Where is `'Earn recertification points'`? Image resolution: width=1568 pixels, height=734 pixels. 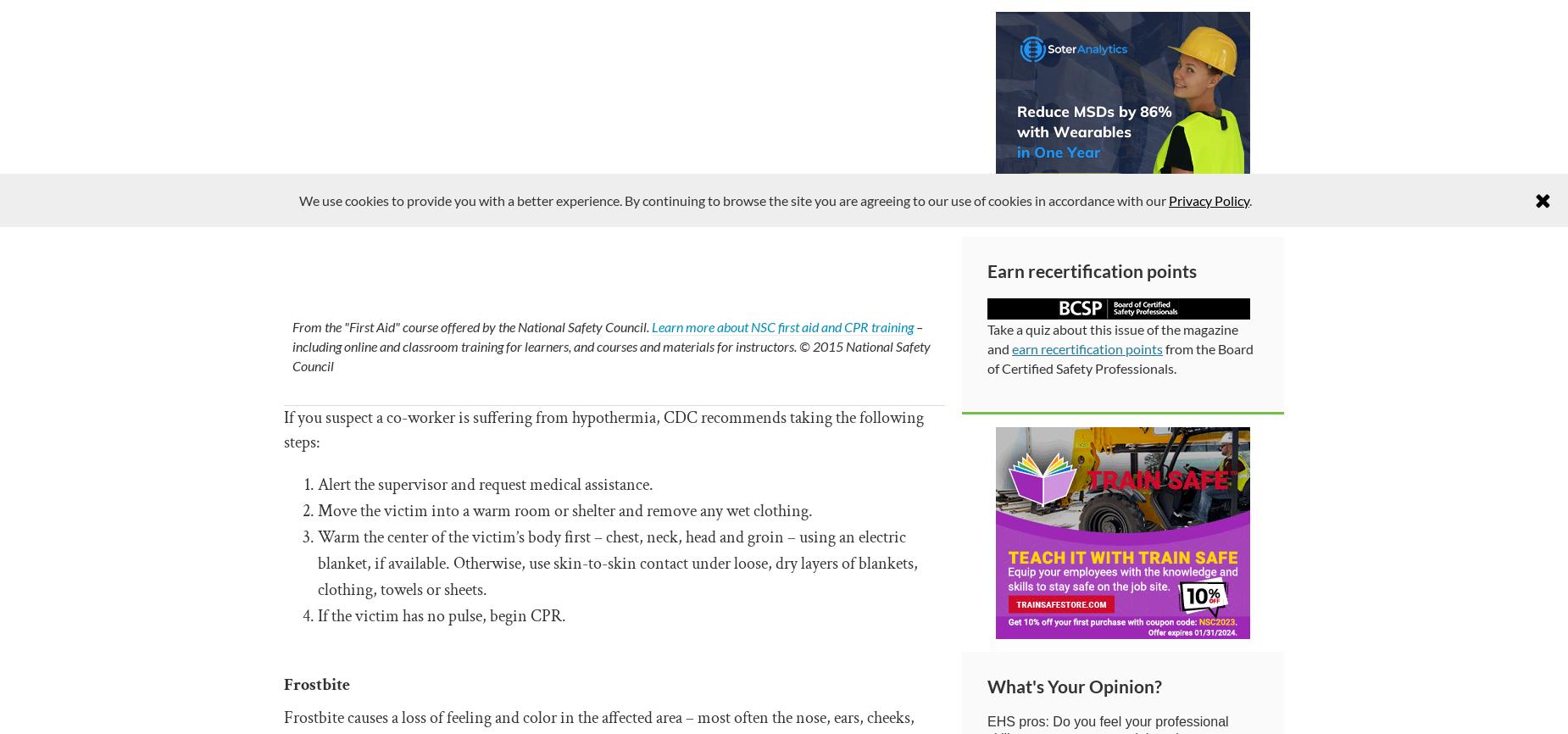 'Earn recertification points' is located at coordinates (986, 270).